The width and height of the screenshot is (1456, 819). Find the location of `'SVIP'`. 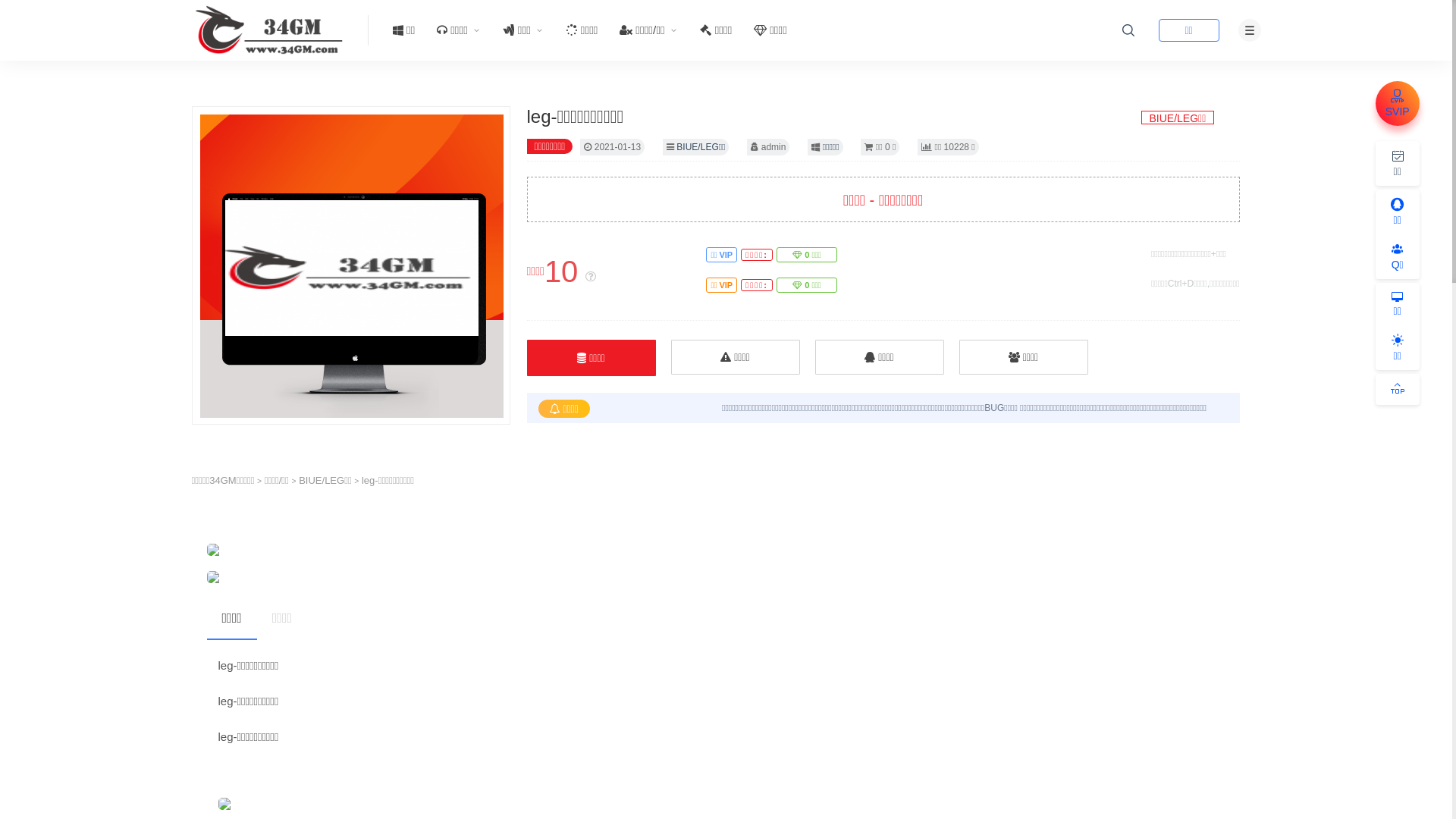

'SVIP' is located at coordinates (1376, 102).